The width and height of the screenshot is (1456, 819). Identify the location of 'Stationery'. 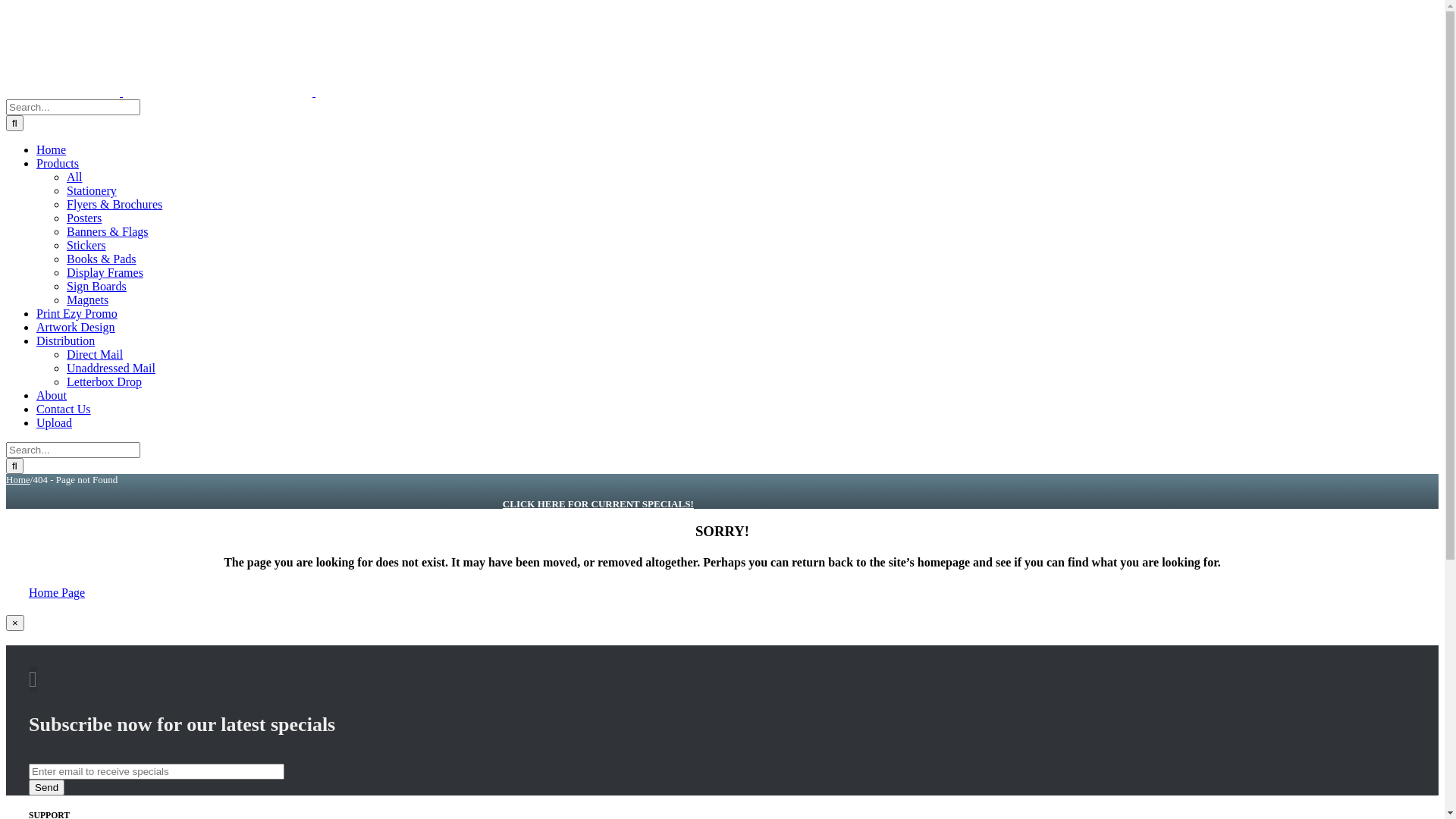
(90, 190).